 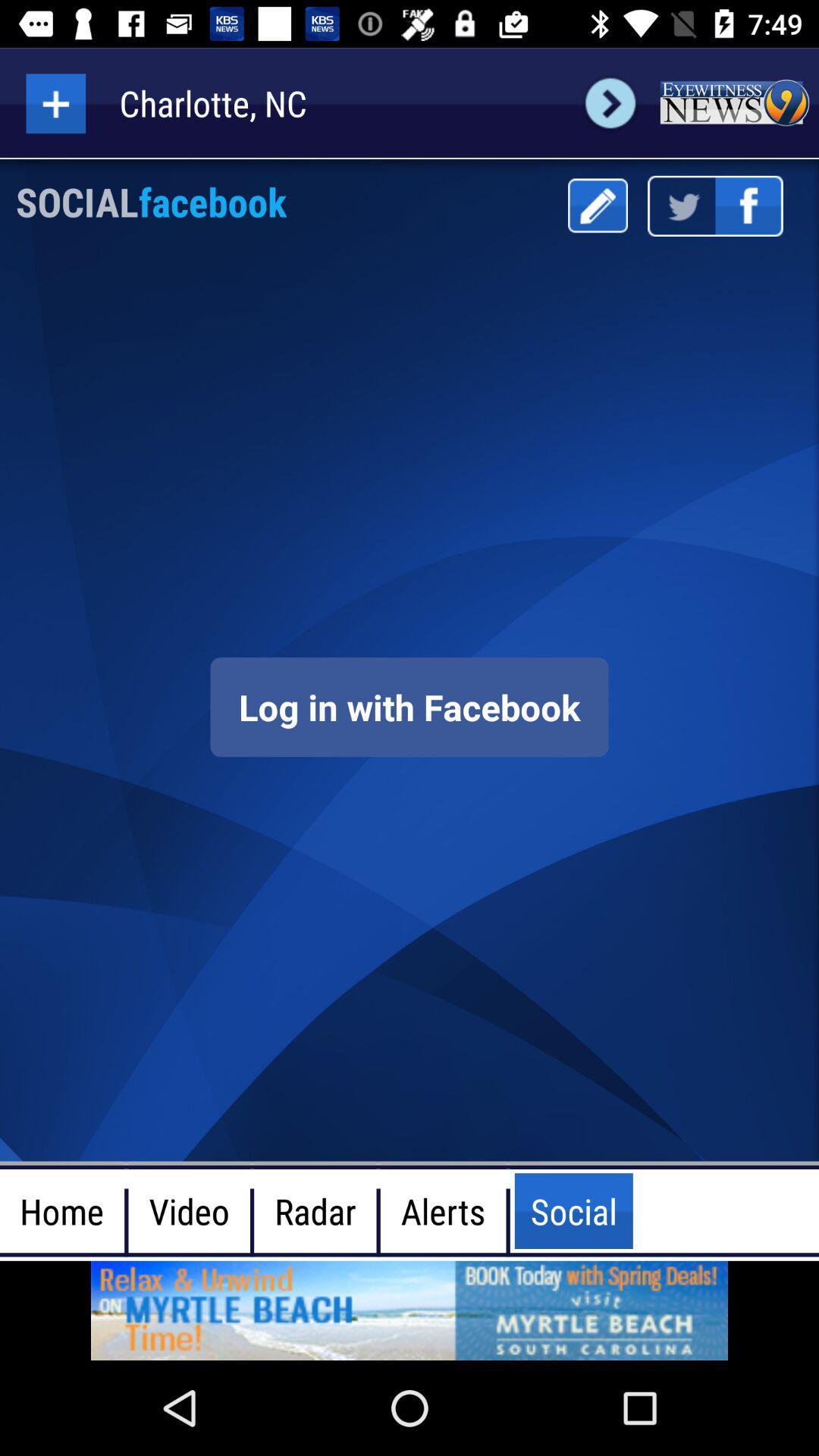 What do you see at coordinates (409, 1310) in the screenshot?
I see `click bottom advertisement` at bounding box center [409, 1310].